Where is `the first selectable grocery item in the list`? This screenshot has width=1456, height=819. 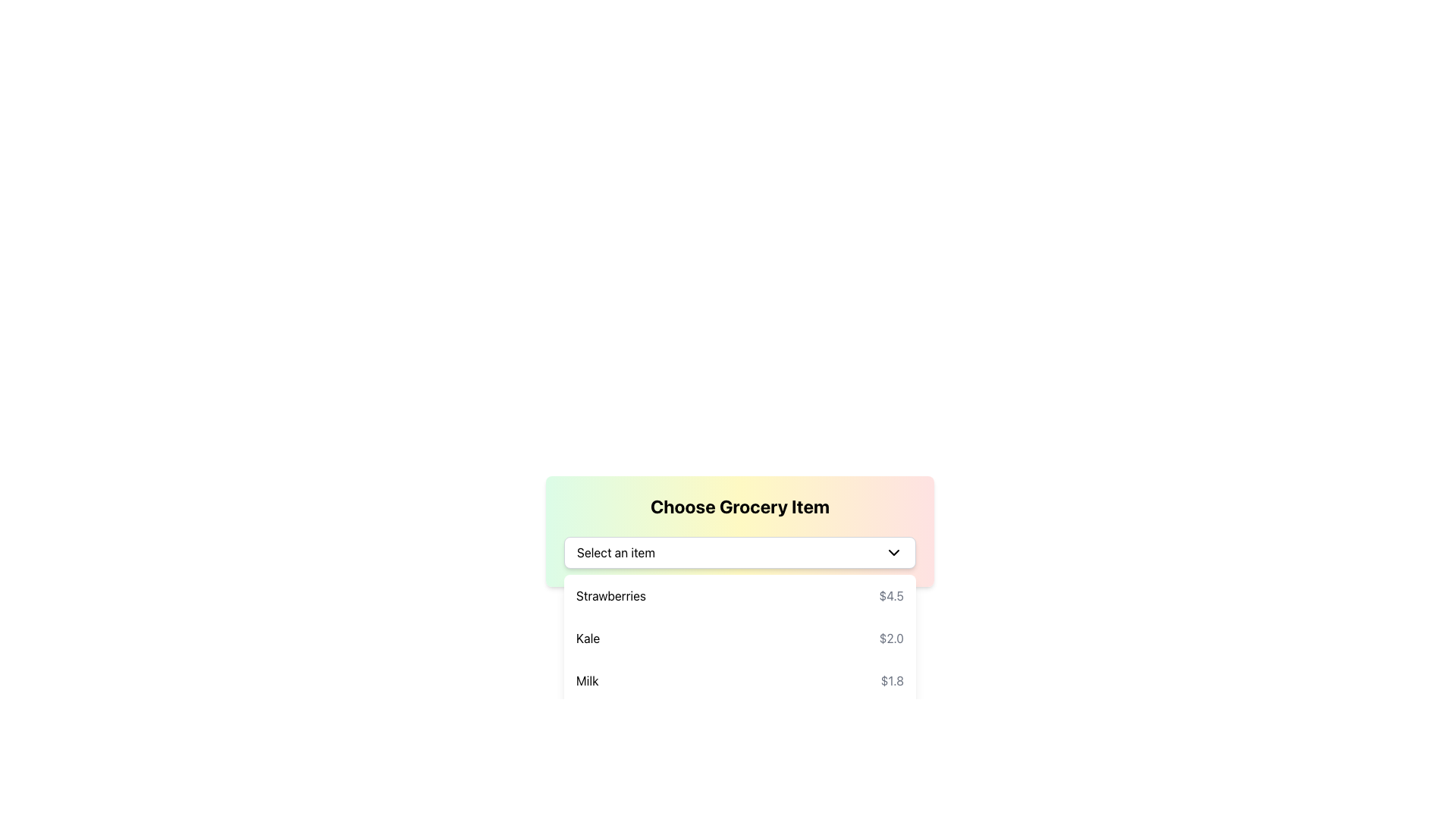
the first selectable grocery item in the list is located at coordinates (739, 595).